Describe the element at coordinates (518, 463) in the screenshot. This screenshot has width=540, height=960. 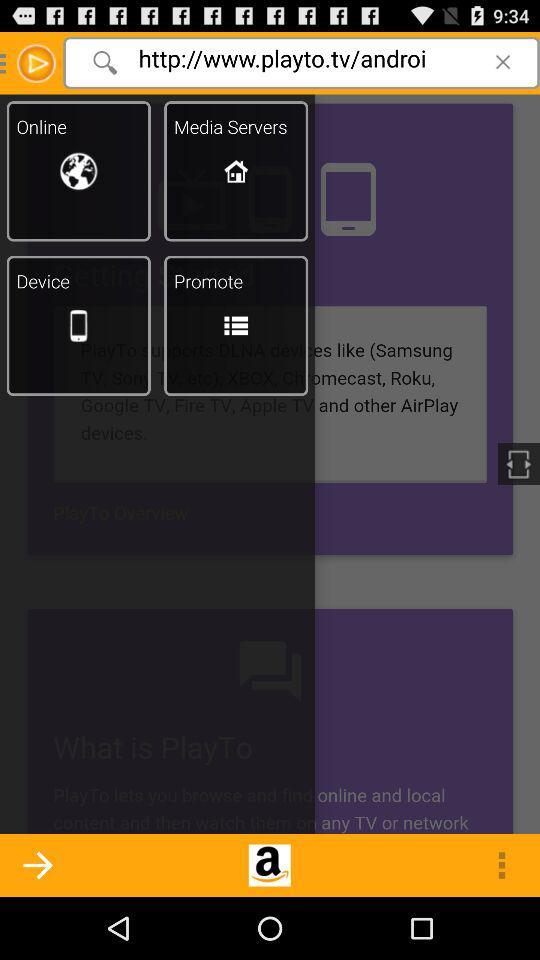
I see `the white colored icon present at the center right of the page` at that location.